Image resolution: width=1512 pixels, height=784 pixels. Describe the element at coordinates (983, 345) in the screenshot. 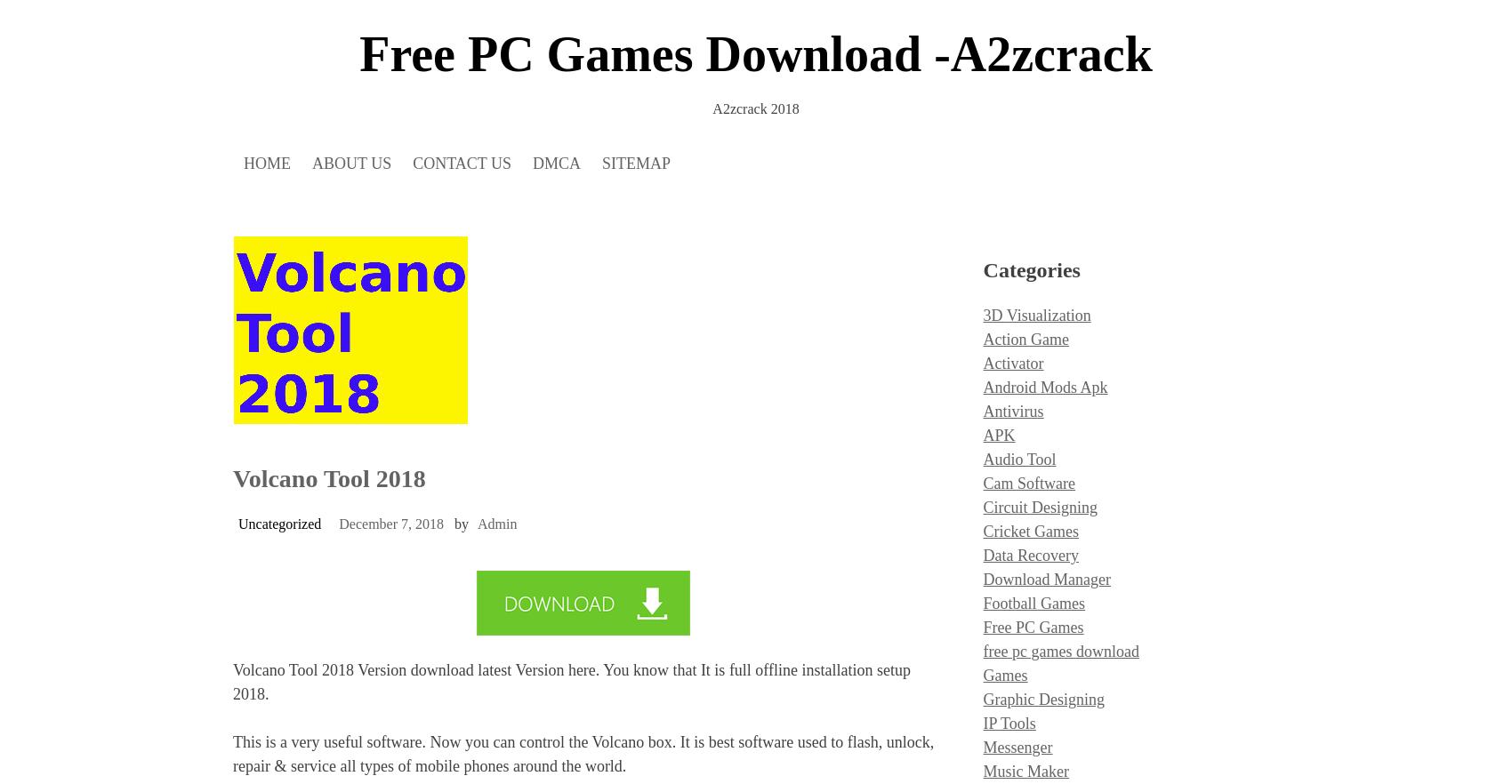

I see `'System Utilities Software'` at that location.